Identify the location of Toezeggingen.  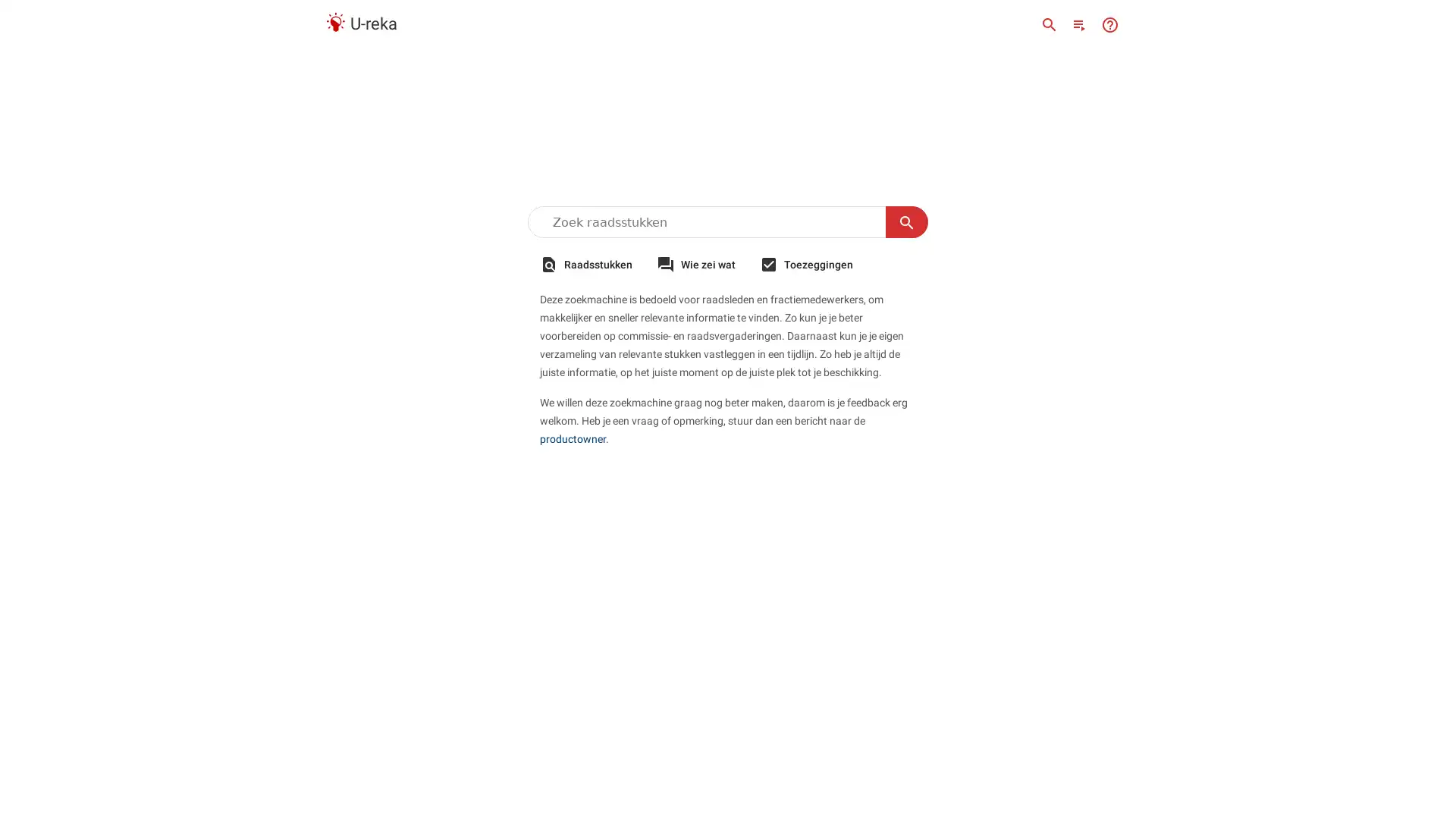
(805, 263).